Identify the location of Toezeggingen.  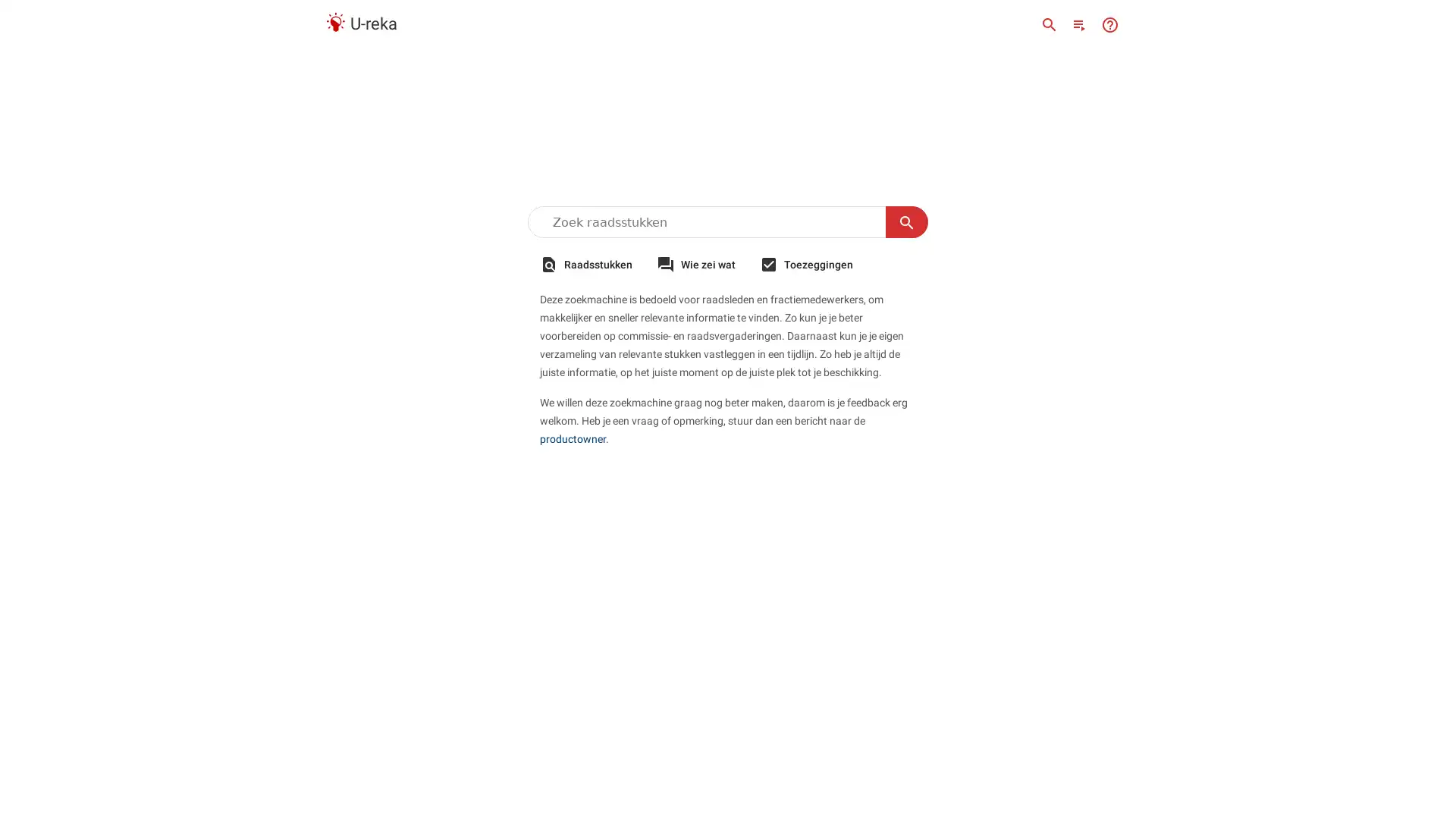
(805, 263).